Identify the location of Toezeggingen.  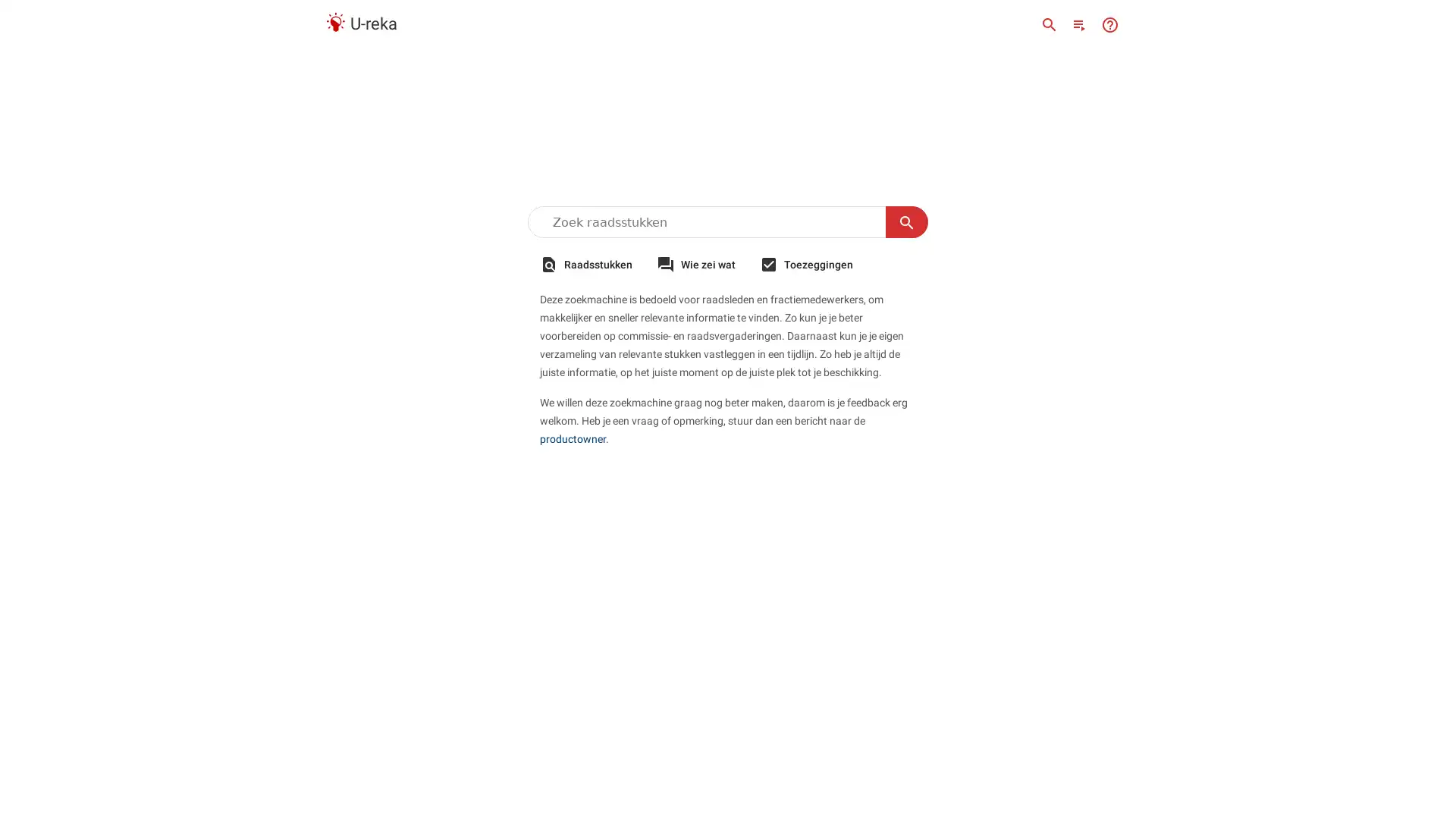
(805, 263).